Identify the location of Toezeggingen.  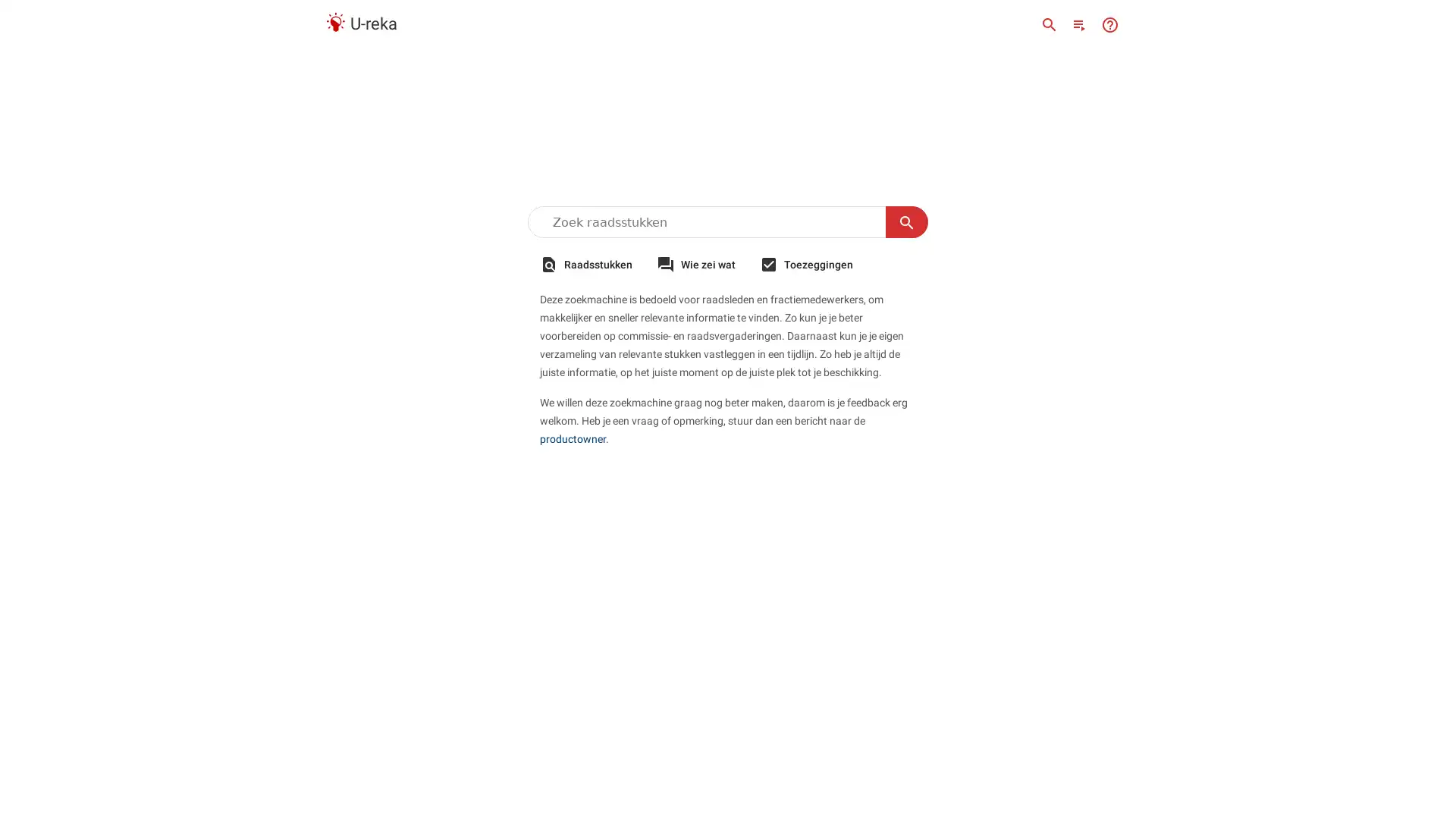
(805, 263).